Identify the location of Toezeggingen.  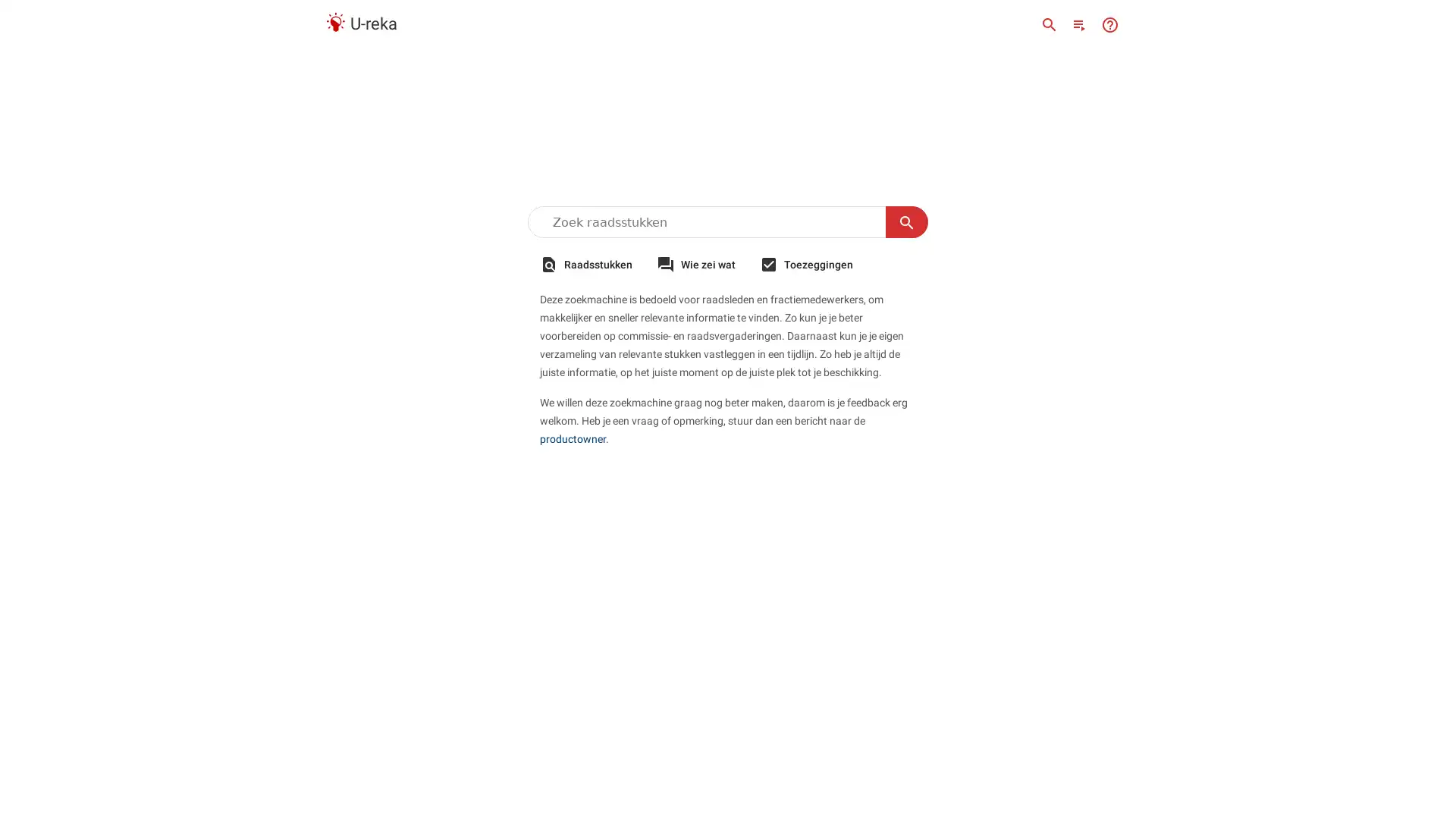
(805, 263).